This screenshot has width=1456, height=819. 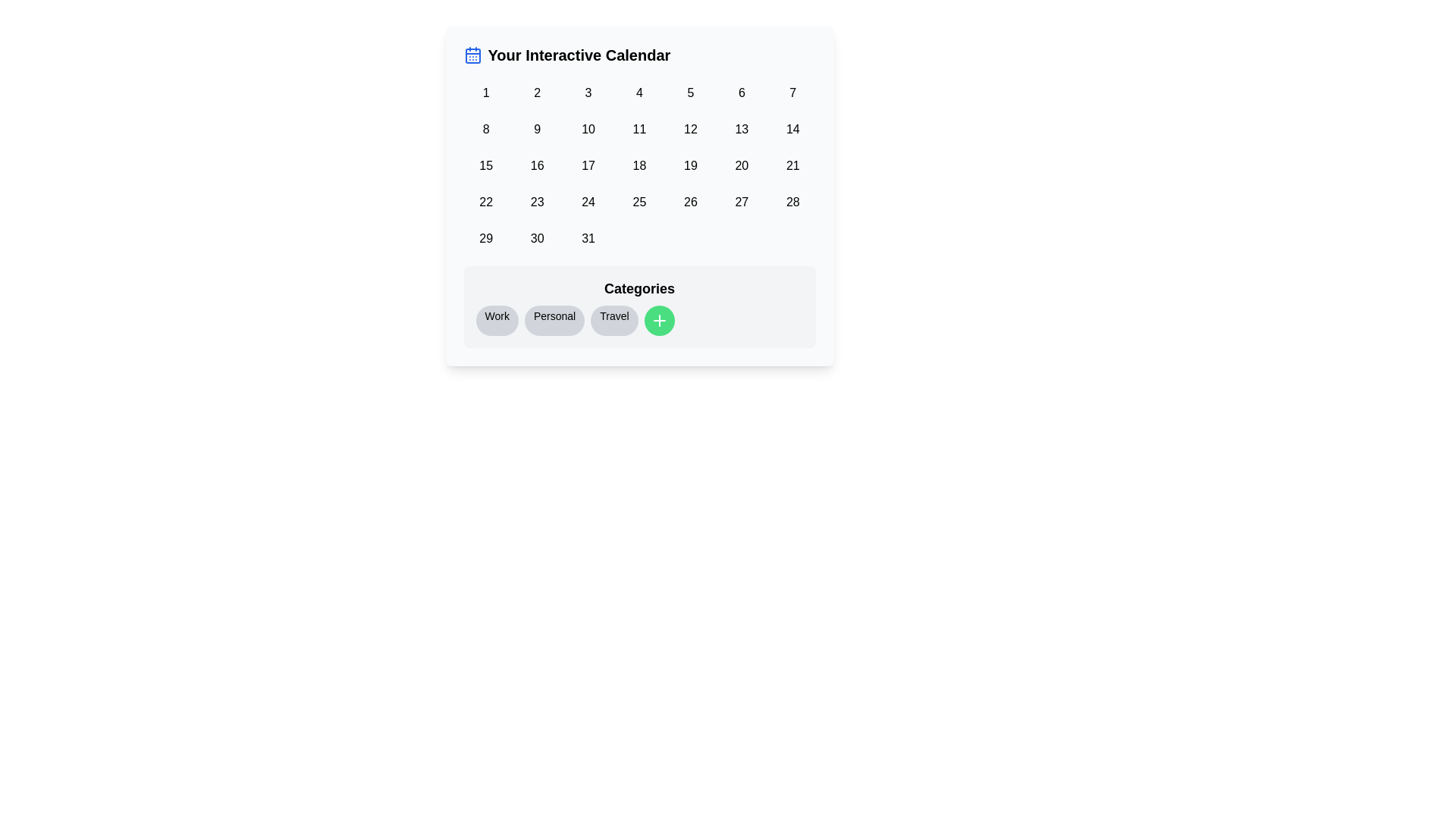 I want to click on the square button displaying the number '3' in the first row and third column of the calendar grid, so click(x=588, y=93).